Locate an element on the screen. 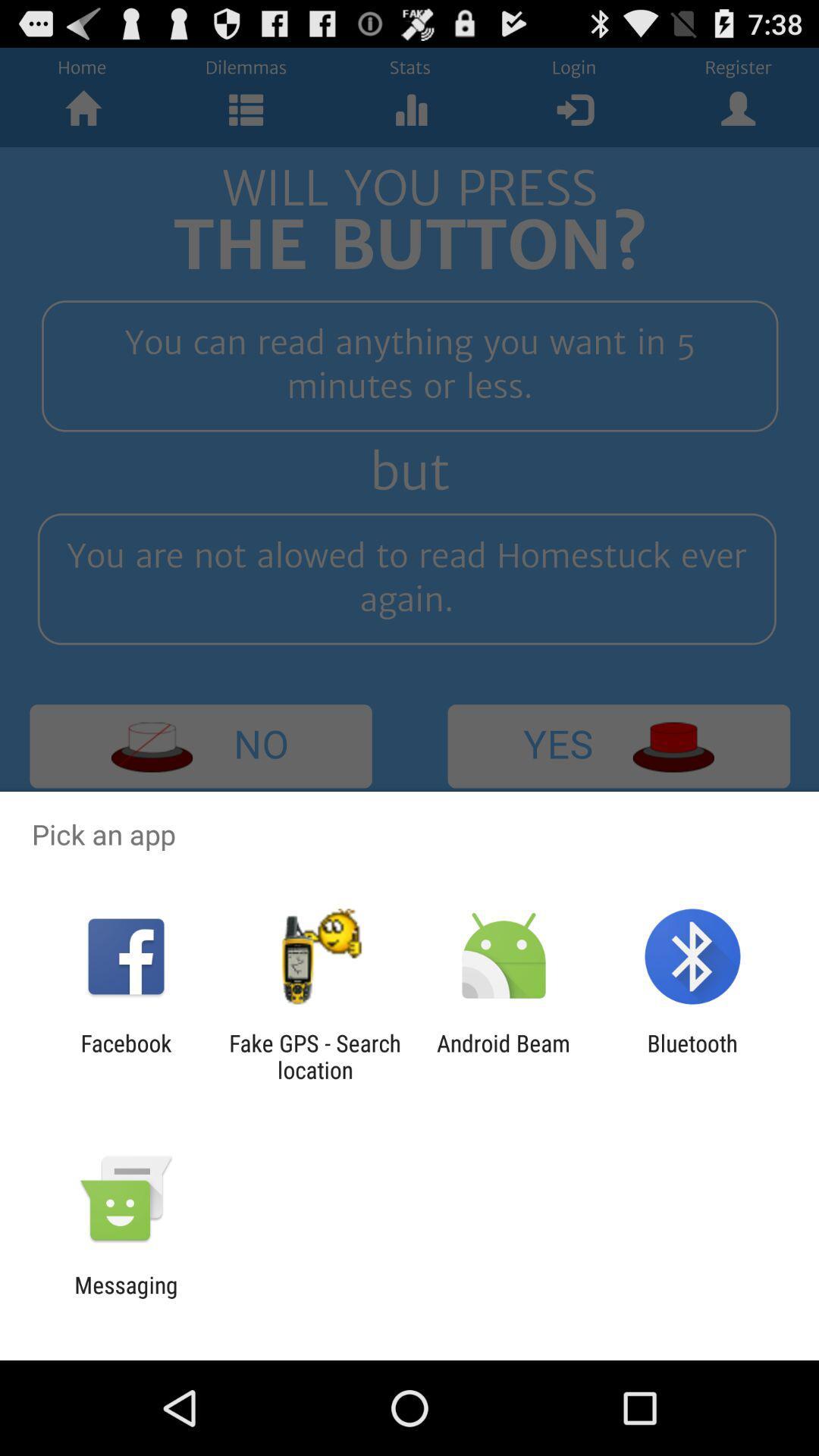 The height and width of the screenshot is (1456, 819). the app next to the fake gps search is located at coordinates (125, 1056).